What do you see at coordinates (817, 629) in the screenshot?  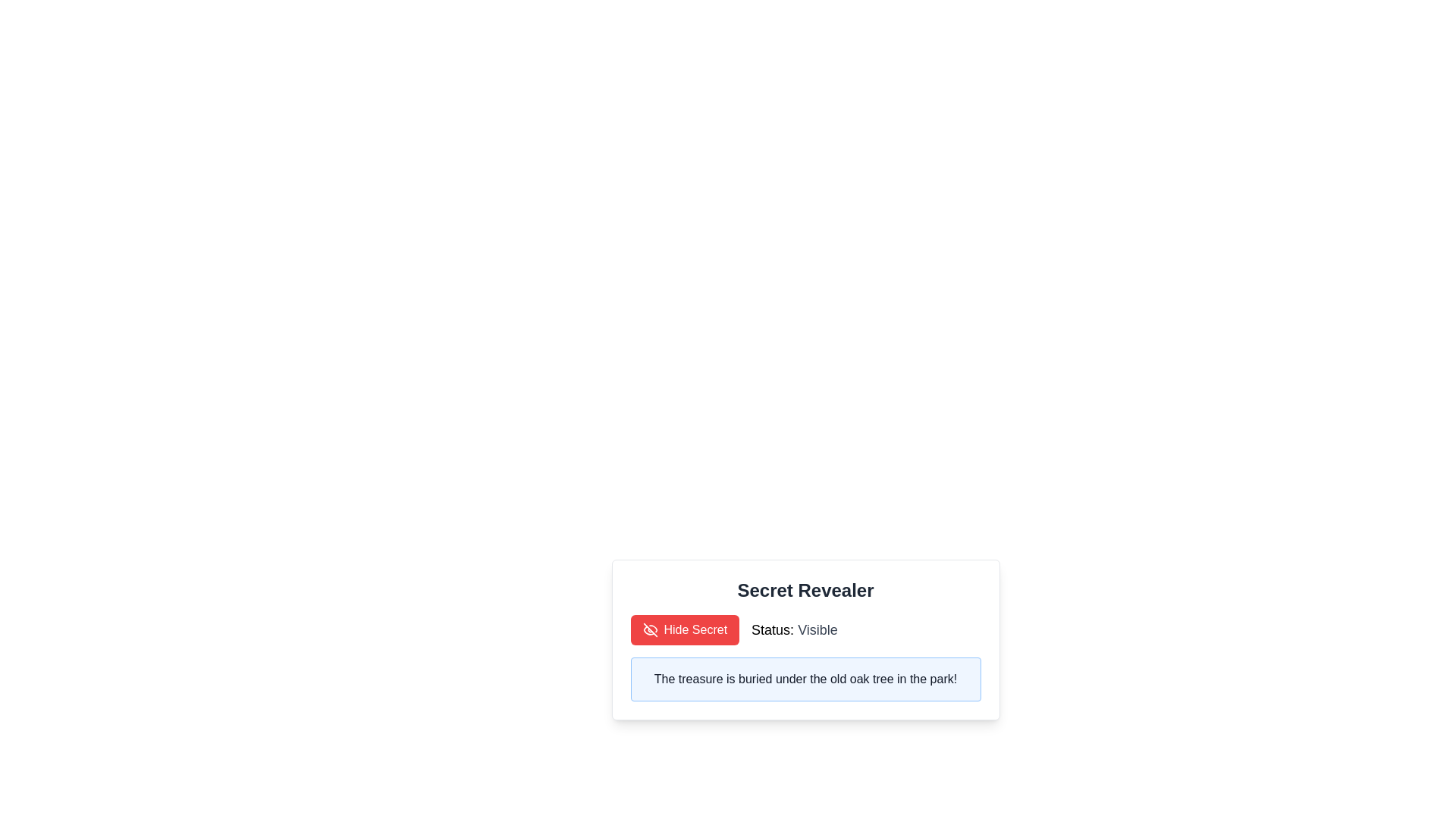 I see `the text label displaying 'Visible', which is aligned to the right of 'Status:' and is part of a status update grouping` at bounding box center [817, 629].